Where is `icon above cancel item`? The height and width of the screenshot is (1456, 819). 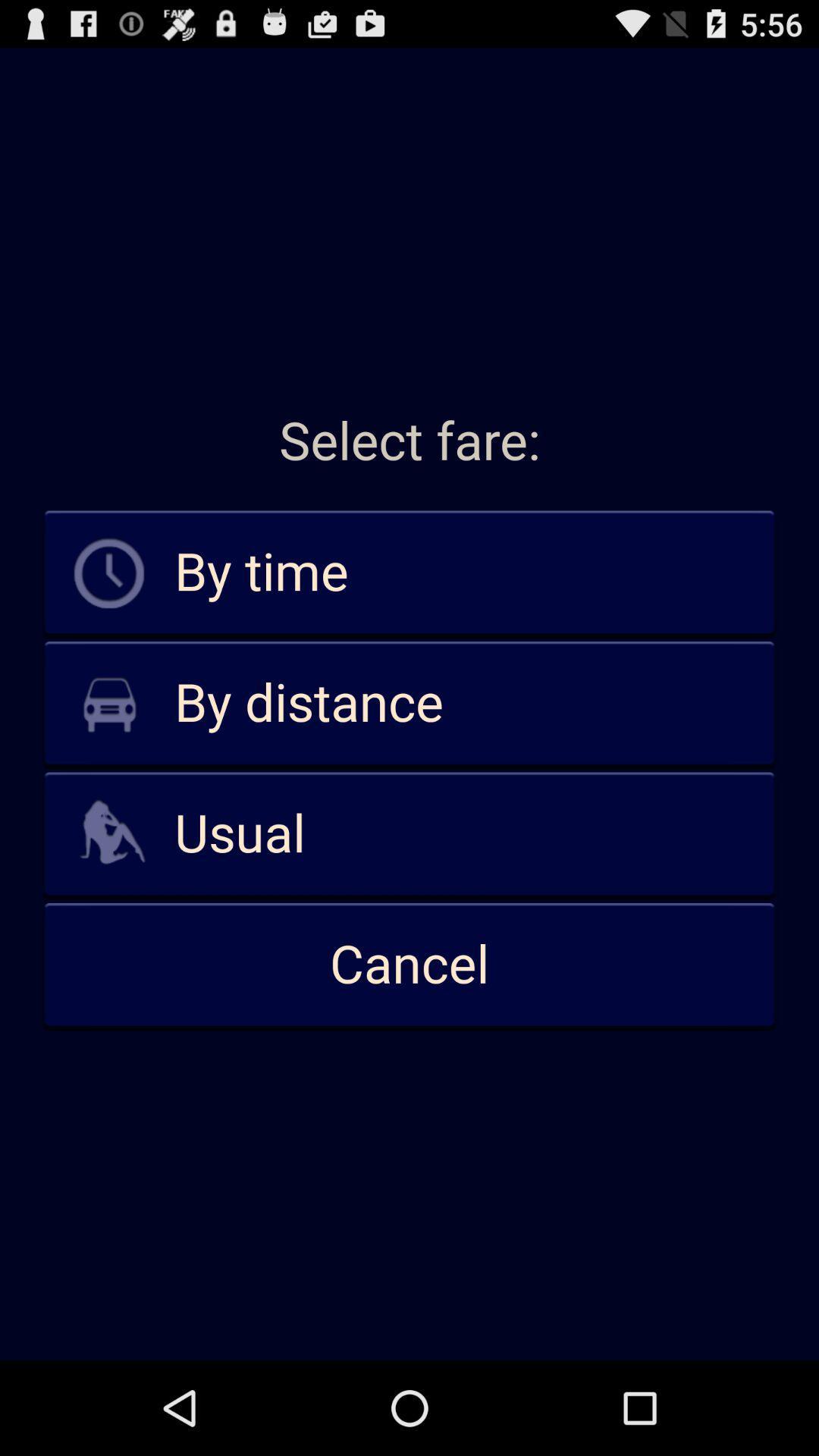
icon above cancel item is located at coordinates (409, 833).